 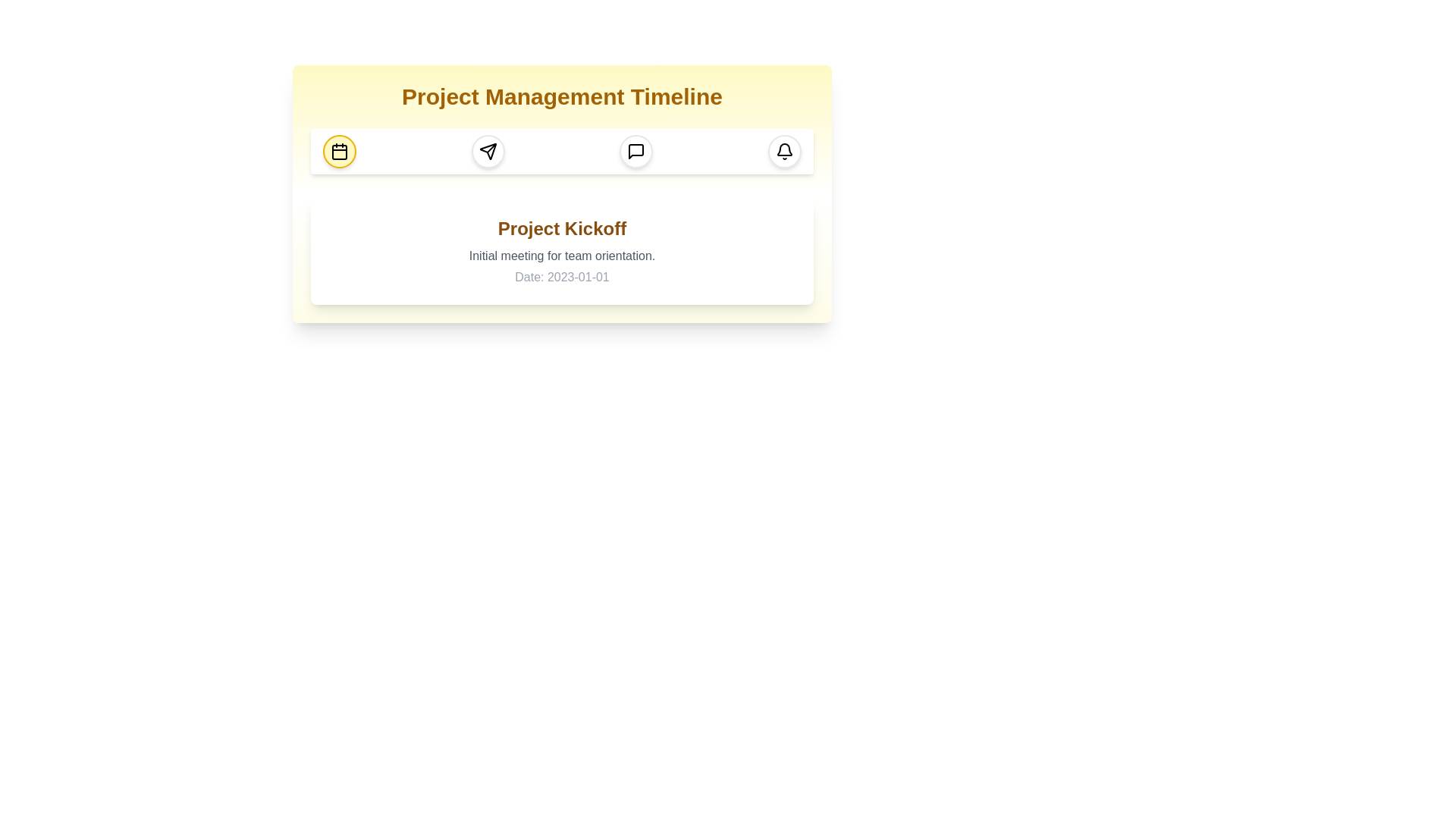 What do you see at coordinates (784, 152) in the screenshot?
I see `the bell icon at the rightmost end of the row of circular buttons` at bounding box center [784, 152].